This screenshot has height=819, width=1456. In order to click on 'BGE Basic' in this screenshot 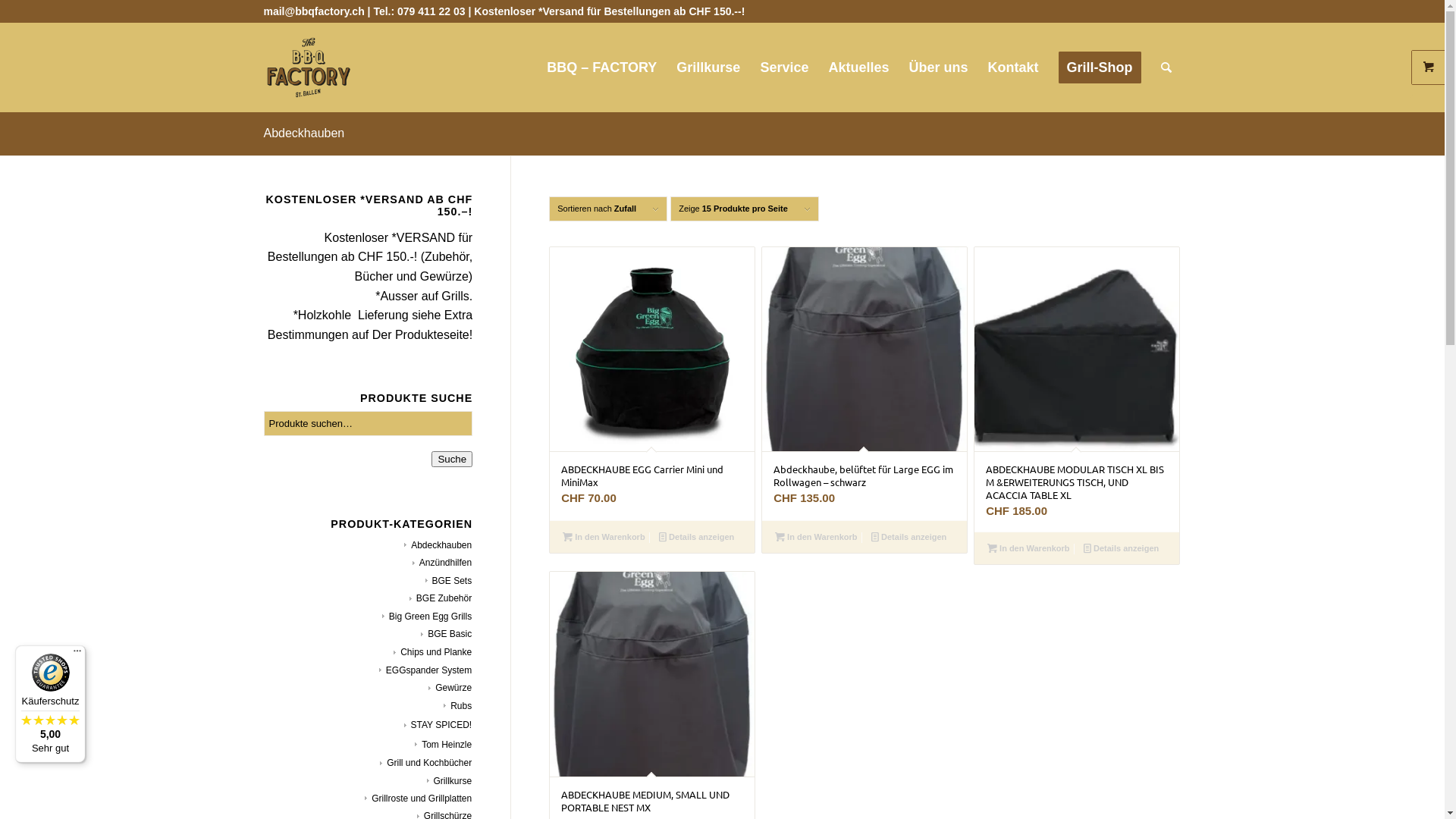, I will do `click(445, 634)`.